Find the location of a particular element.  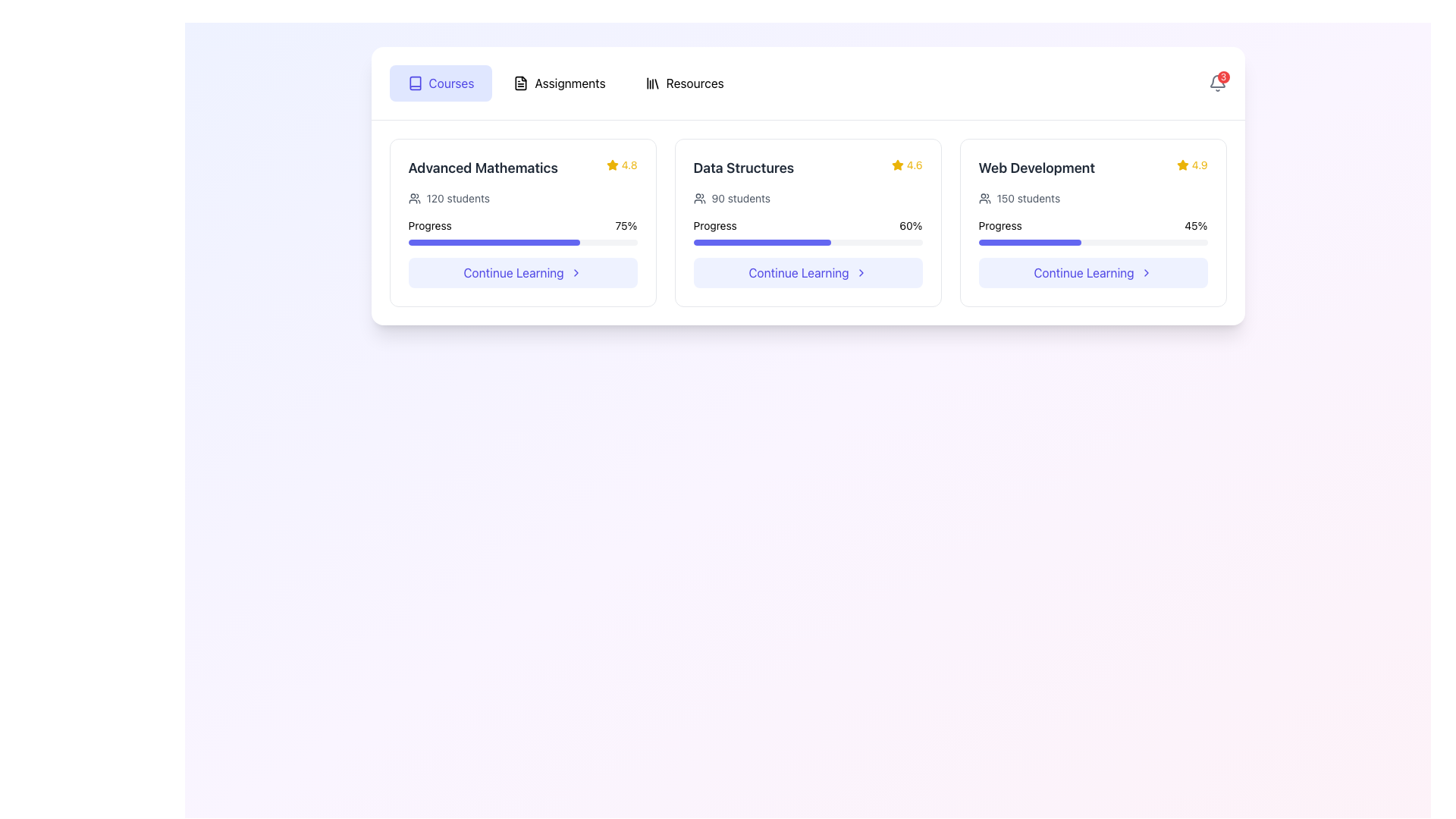

the indigo progress bar indicator under the 'Progress' label in the 'Web Development' section is located at coordinates (1030, 242).